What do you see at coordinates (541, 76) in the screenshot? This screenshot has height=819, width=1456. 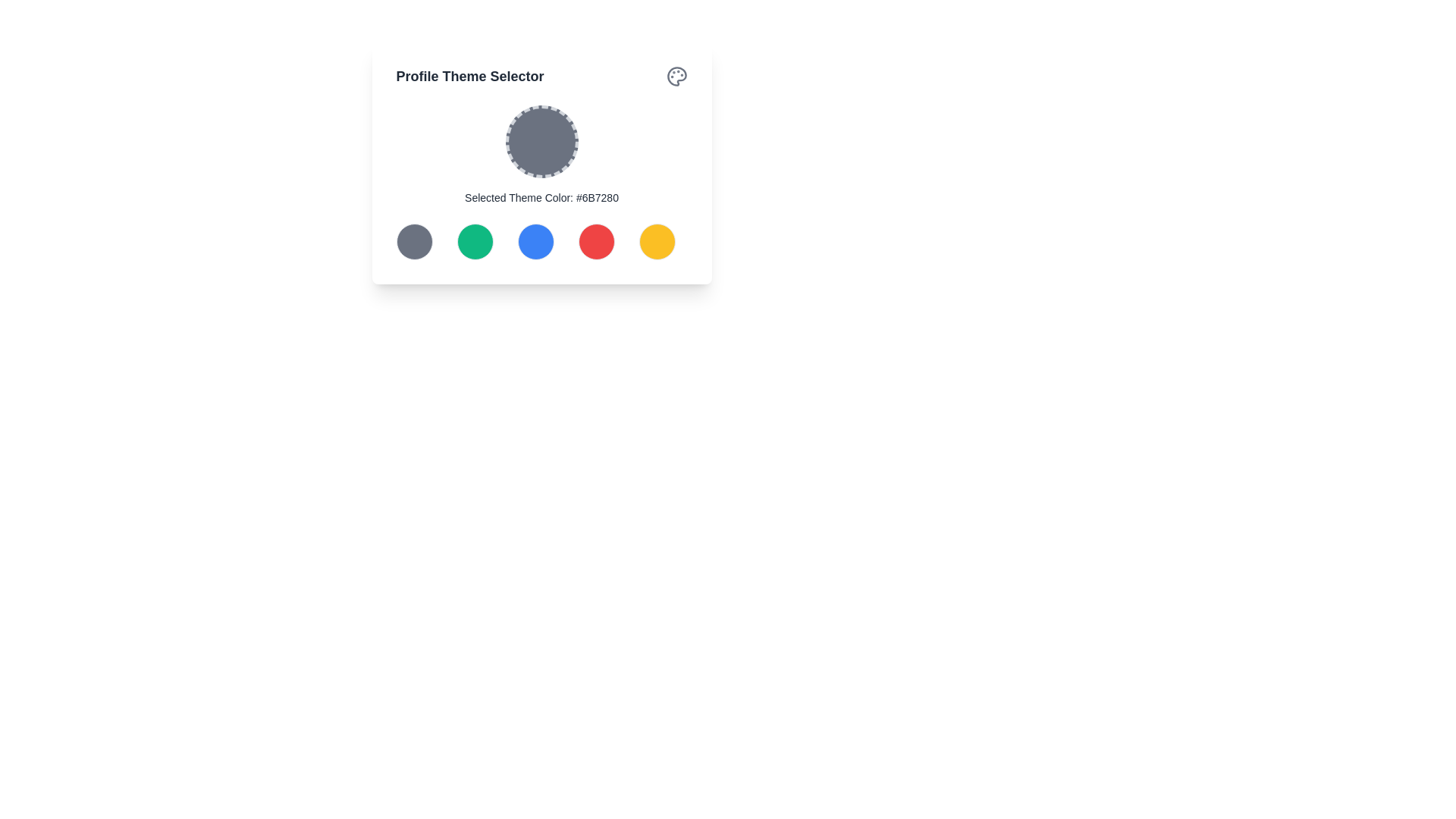 I see `the Header Bar containing the text 'Profile Theme Selector' and a palette icon, located at the top of the modal` at bounding box center [541, 76].